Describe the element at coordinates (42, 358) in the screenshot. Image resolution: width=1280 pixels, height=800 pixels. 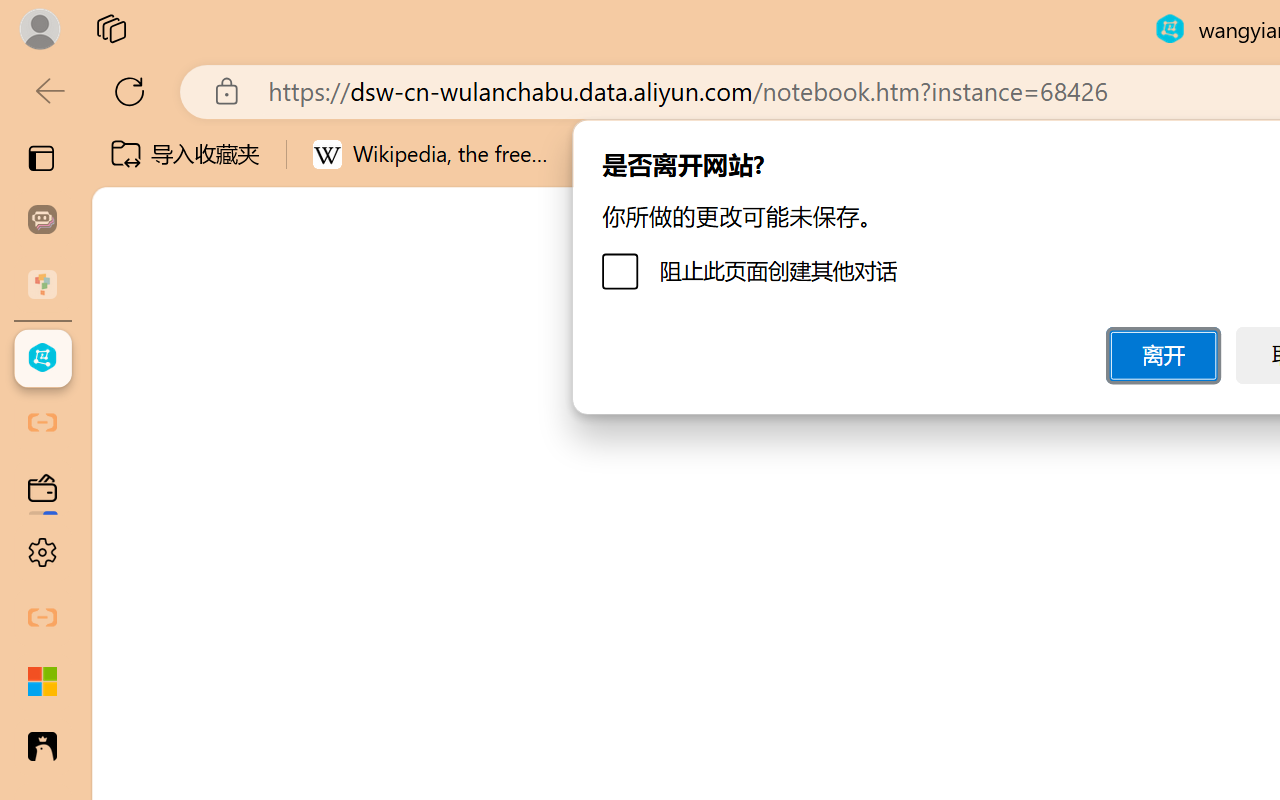
I see `'wangyian_dsw - DSW'` at that location.